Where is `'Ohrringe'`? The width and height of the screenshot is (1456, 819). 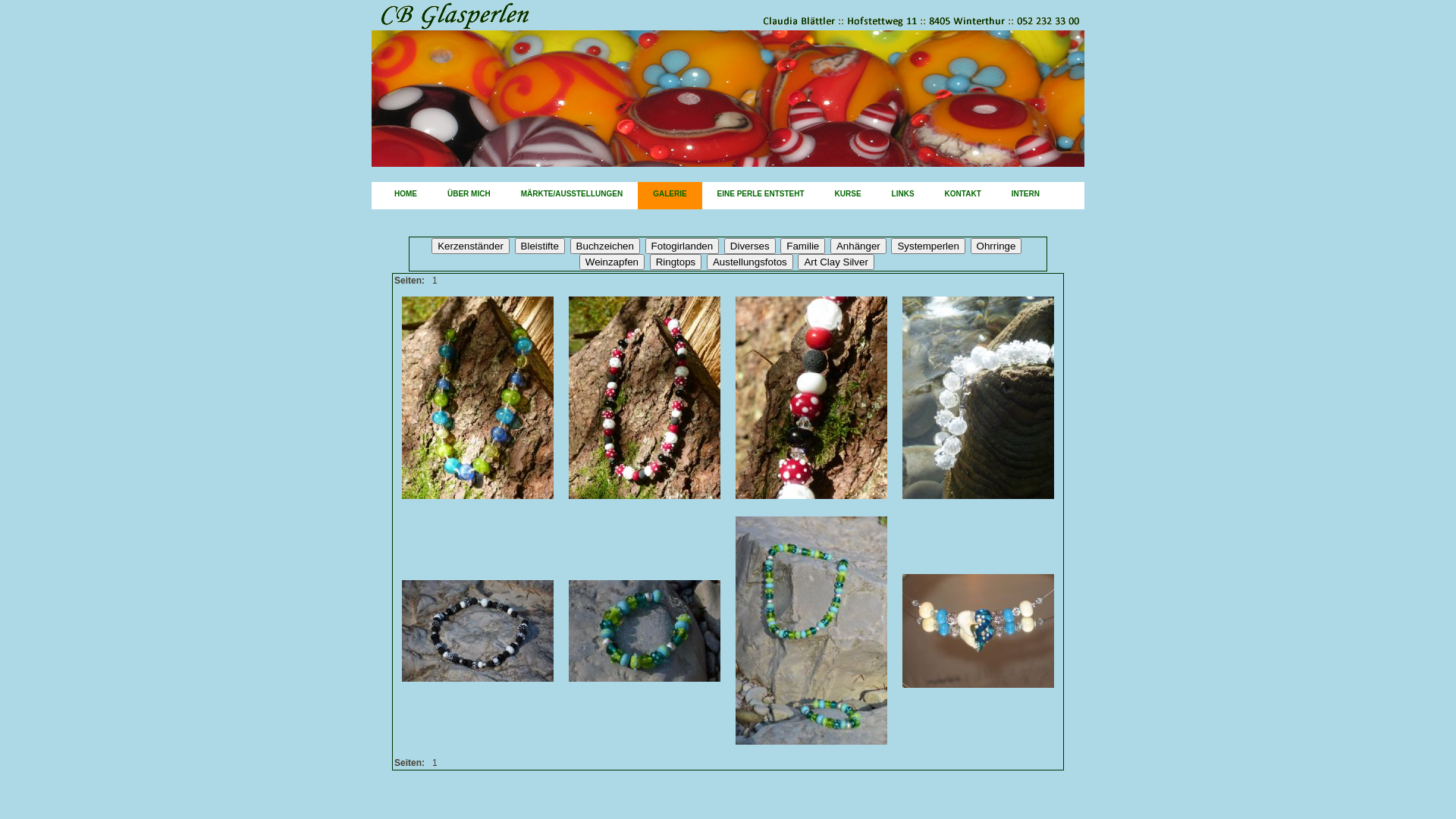 'Ohrringe' is located at coordinates (996, 245).